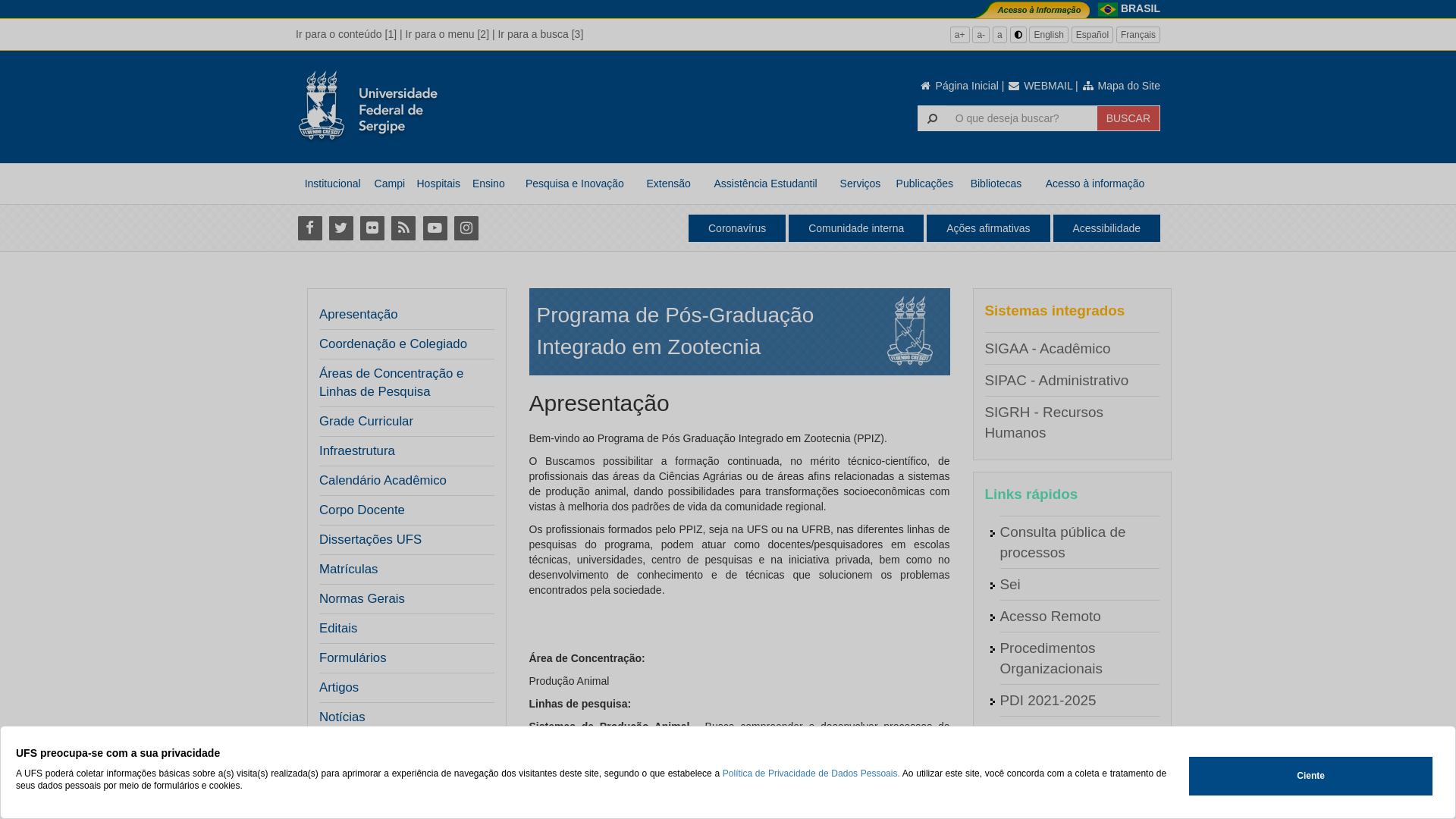 The width and height of the screenshot is (1456, 819). Describe the element at coordinates (1097, 117) in the screenshot. I see `'BUSCAR'` at that location.